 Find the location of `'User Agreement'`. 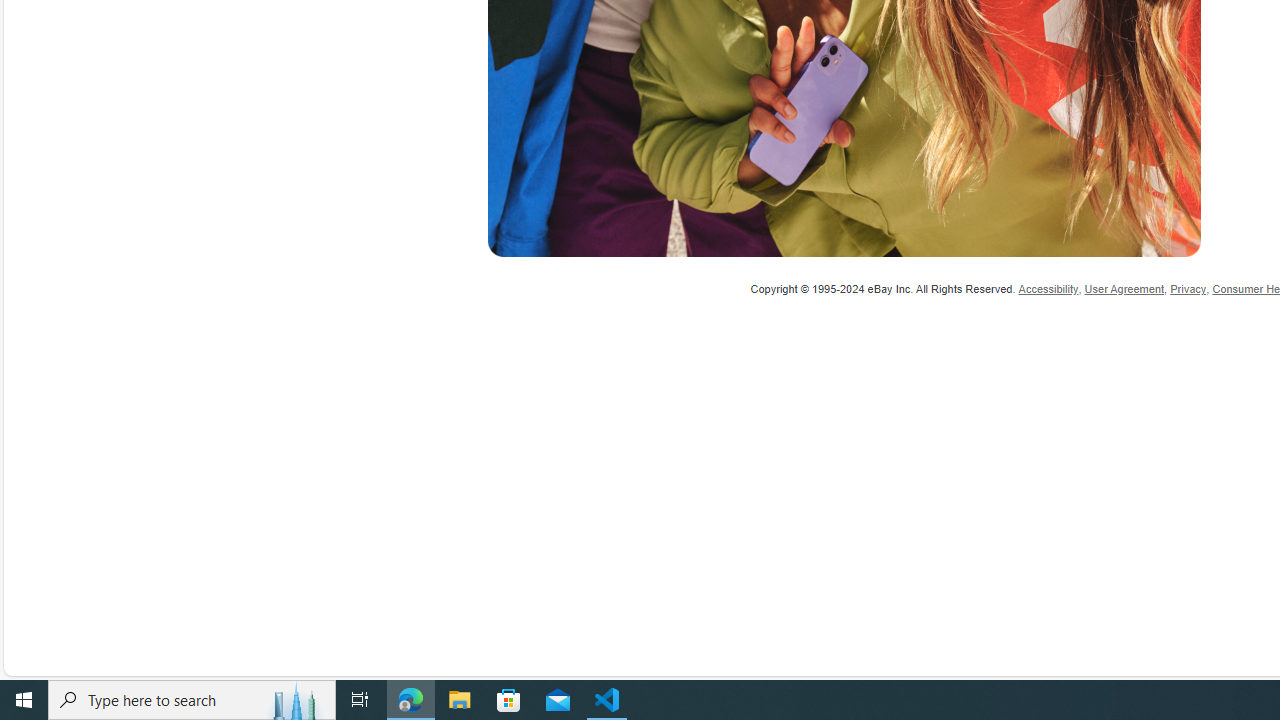

'User Agreement' is located at coordinates (1124, 289).